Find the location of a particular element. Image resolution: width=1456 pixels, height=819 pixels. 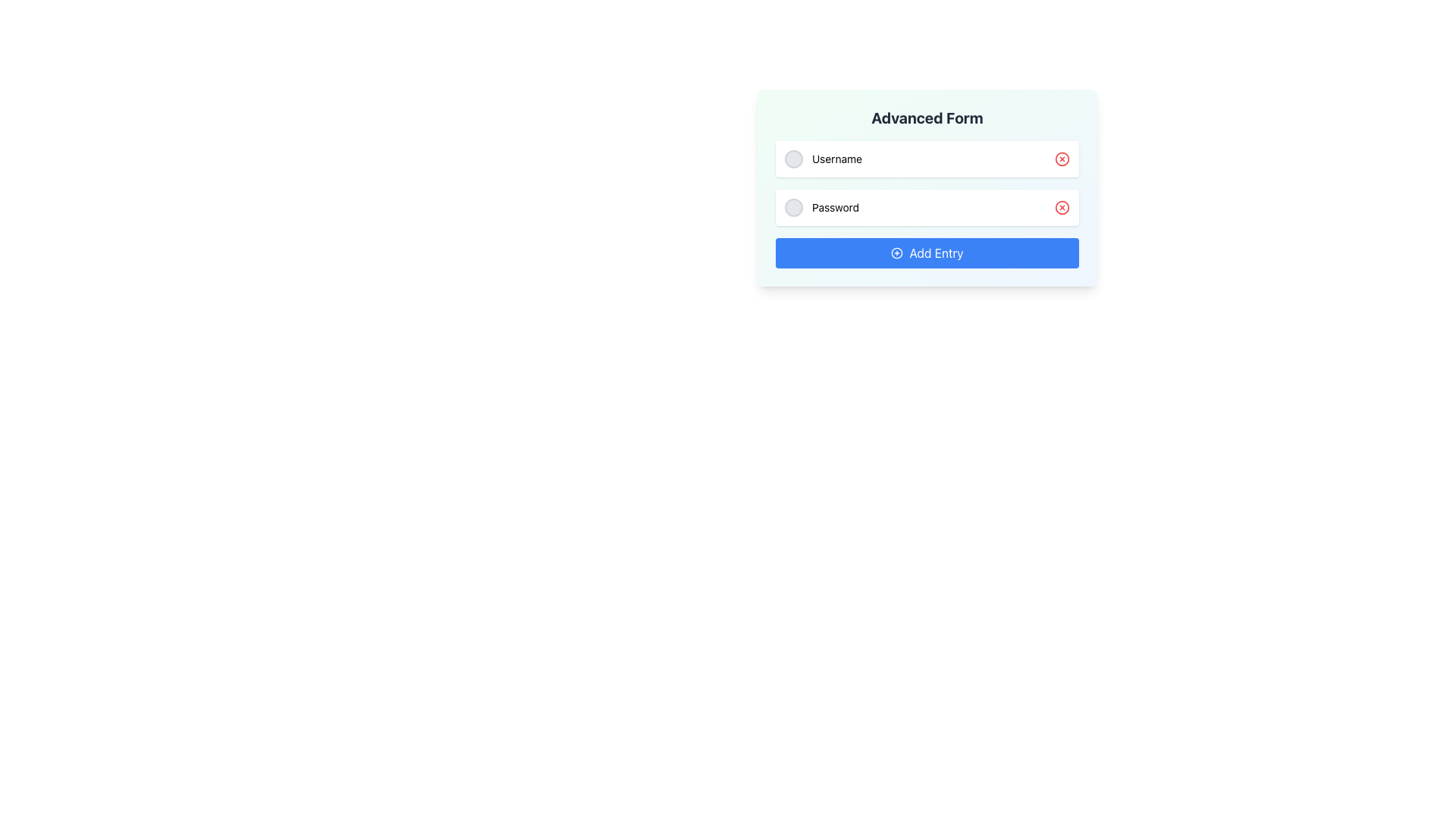

the 'Username' static text label, which serves as a descriptive label for the username input field located in the upper part of the form component is located at coordinates (836, 158).